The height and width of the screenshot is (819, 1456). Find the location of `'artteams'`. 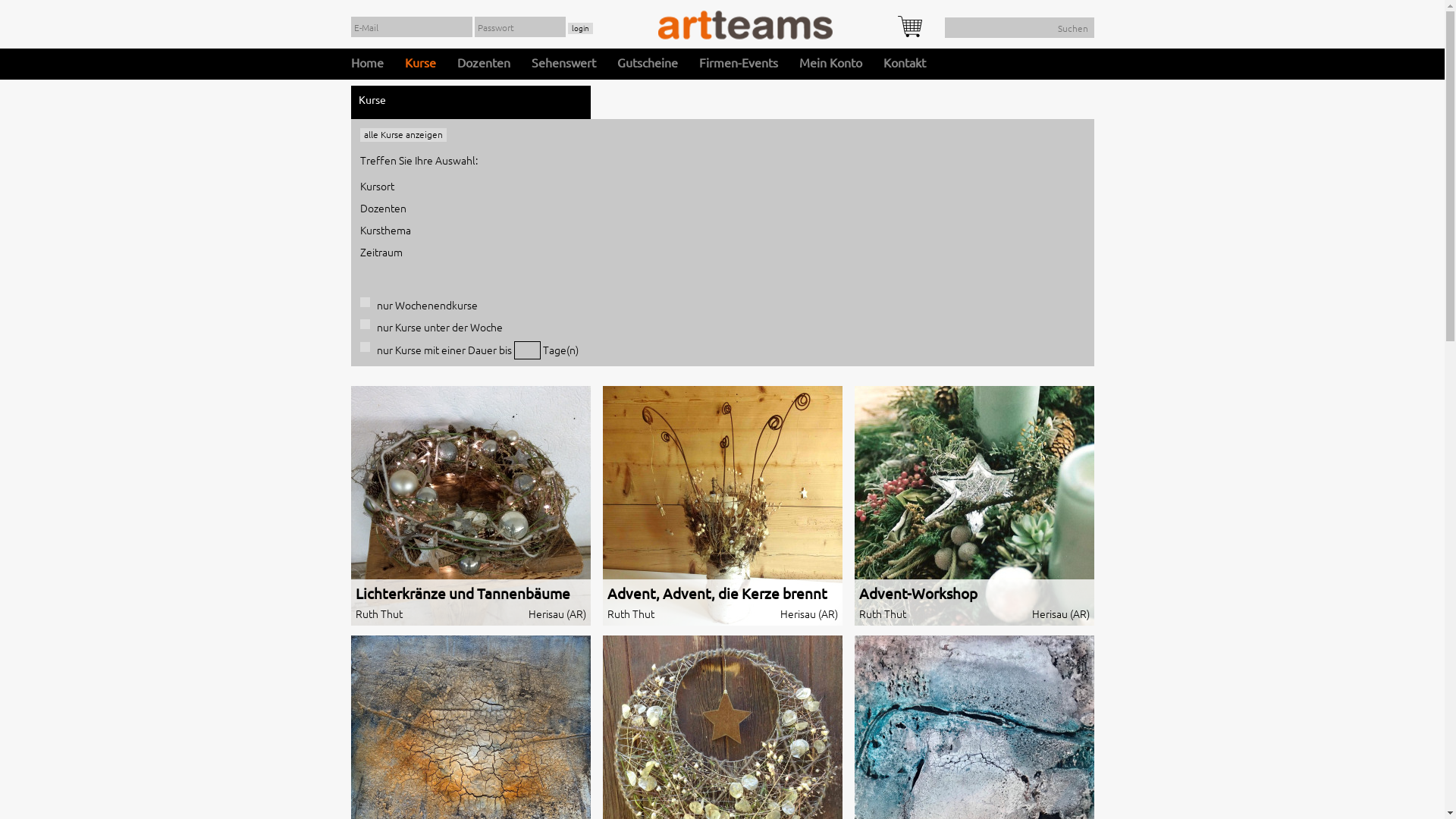

'artteams' is located at coordinates (658, 25).